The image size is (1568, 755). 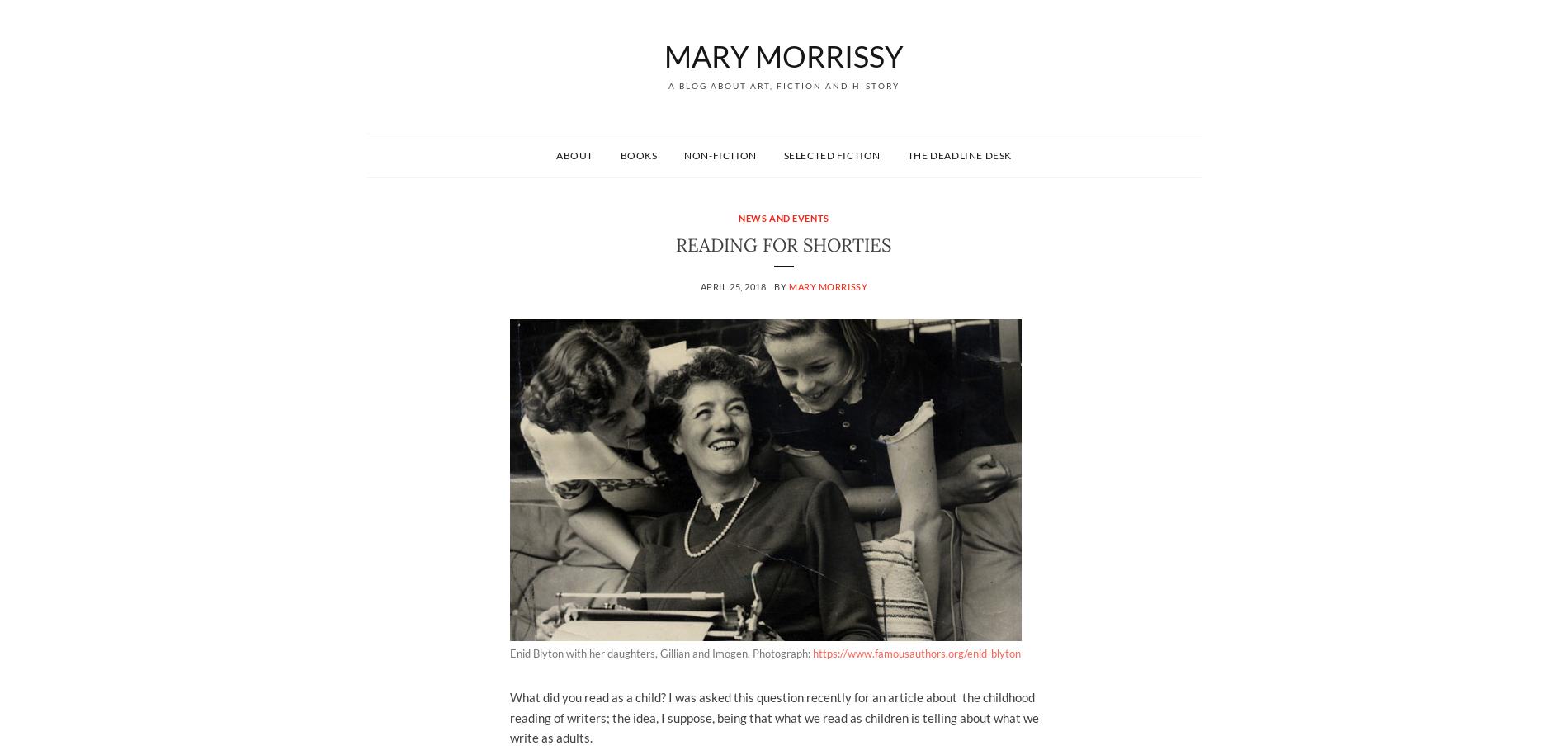 What do you see at coordinates (831, 154) in the screenshot?
I see `'SELECTED FICTION'` at bounding box center [831, 154].